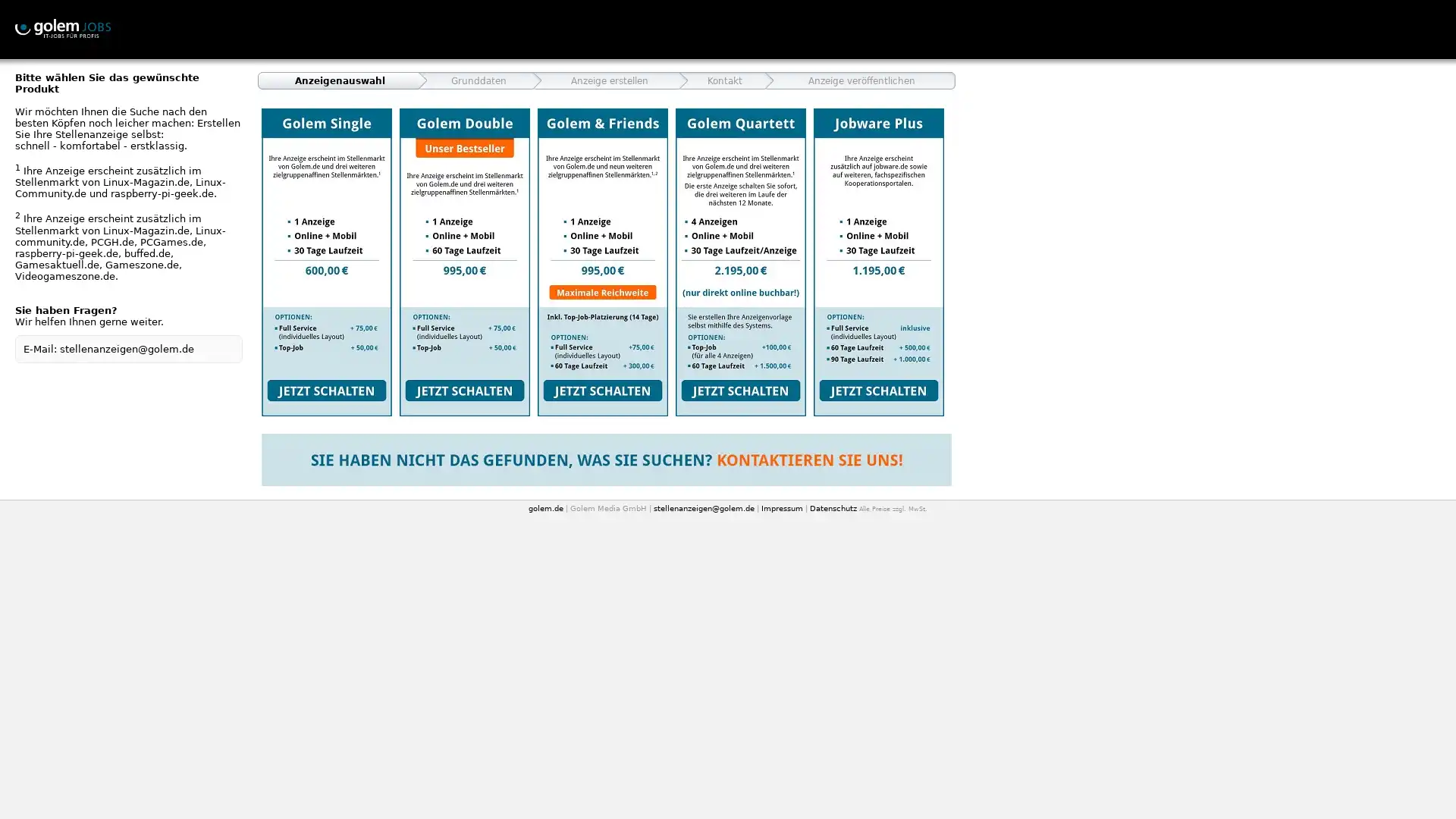 The width and height of the screenshot is (1456, 819). What do you see at coordinates (464, 262) in the screenshot?
I see `Submit` at bounding box center [464, 262].